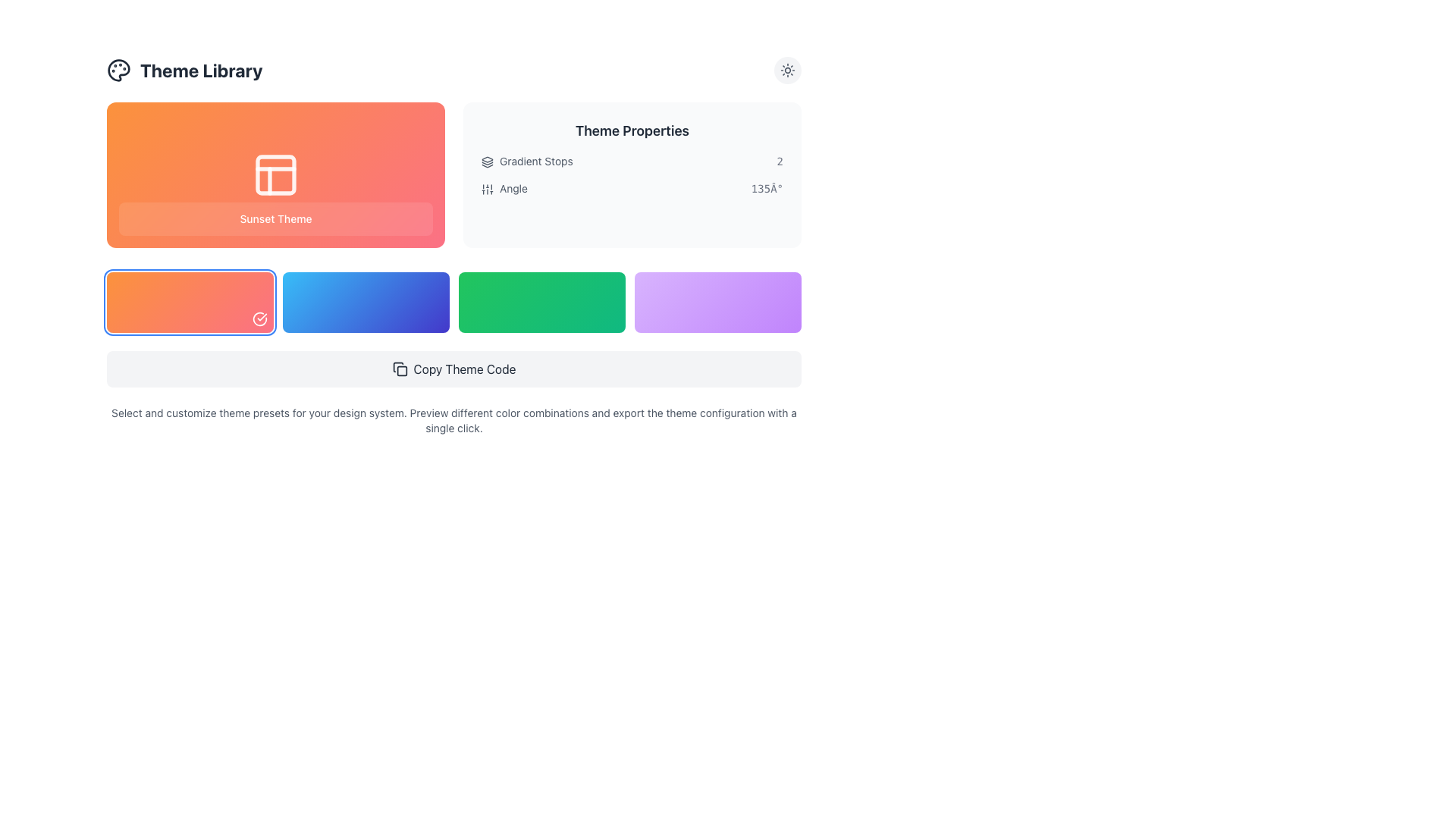 The image size is (1456, 819). I want to click on the visual card representing the Sunset Theme in the Theme Library, which is located above the multicolored buttons, so click(453, 174).